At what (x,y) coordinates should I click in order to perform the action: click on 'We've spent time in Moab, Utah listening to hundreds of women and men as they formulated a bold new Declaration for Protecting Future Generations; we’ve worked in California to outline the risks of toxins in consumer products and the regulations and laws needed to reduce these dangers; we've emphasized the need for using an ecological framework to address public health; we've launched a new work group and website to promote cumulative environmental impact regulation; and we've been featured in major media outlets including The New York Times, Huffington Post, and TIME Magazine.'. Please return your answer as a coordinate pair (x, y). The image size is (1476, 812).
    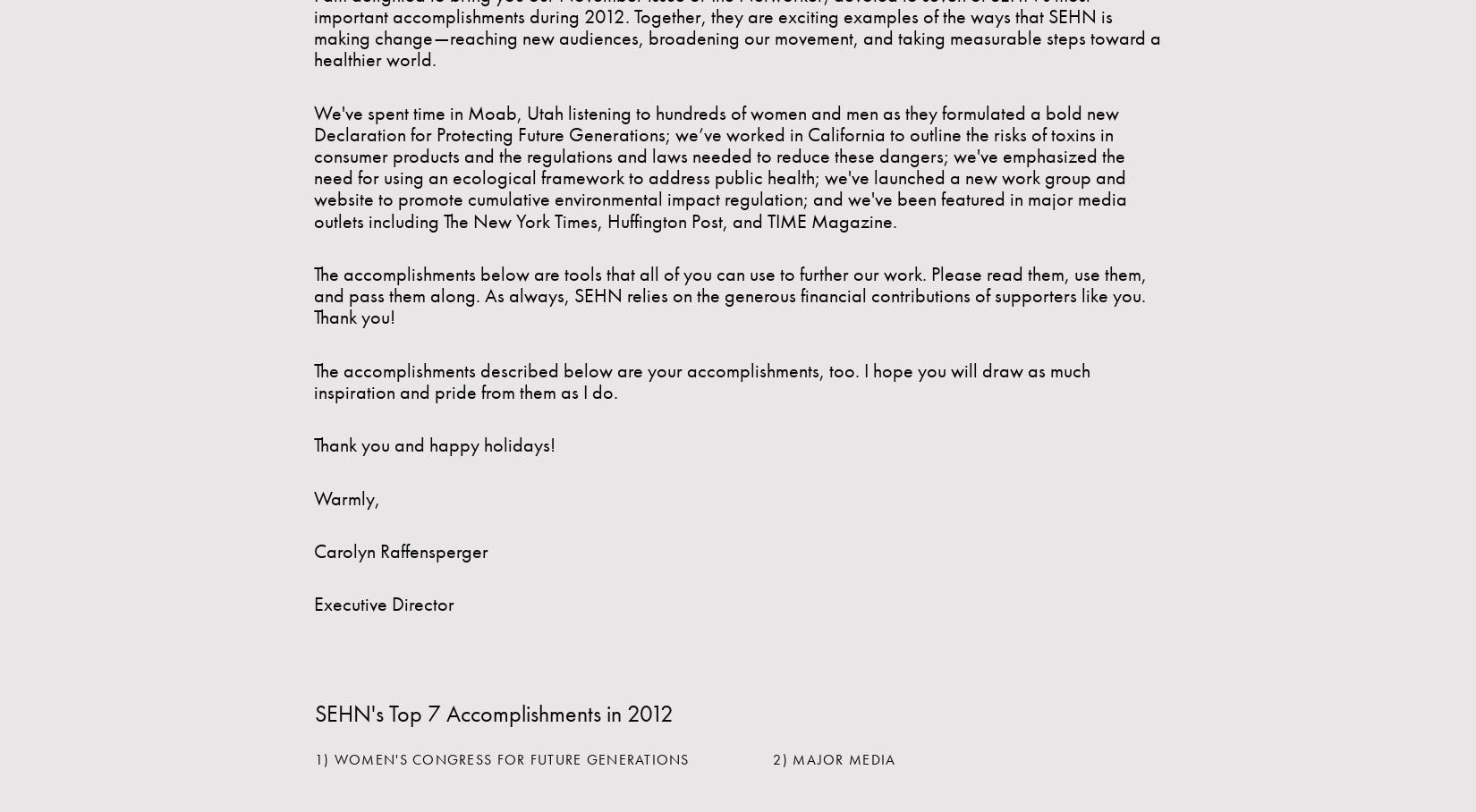
    Looking at the image, I should click on (719, 165).